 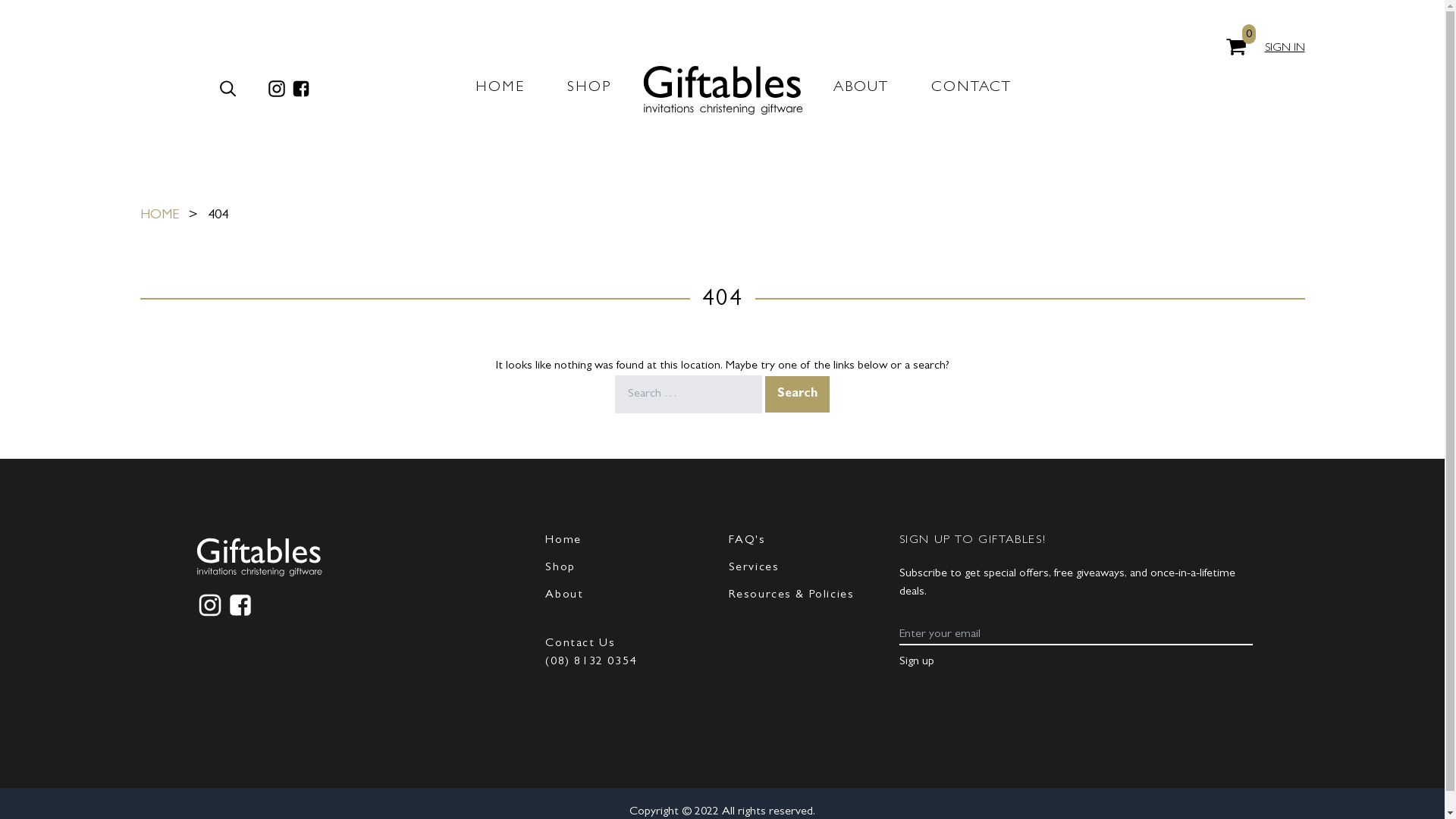 I want to click on '(08) 8132 0354', so click(x=589, y=661).